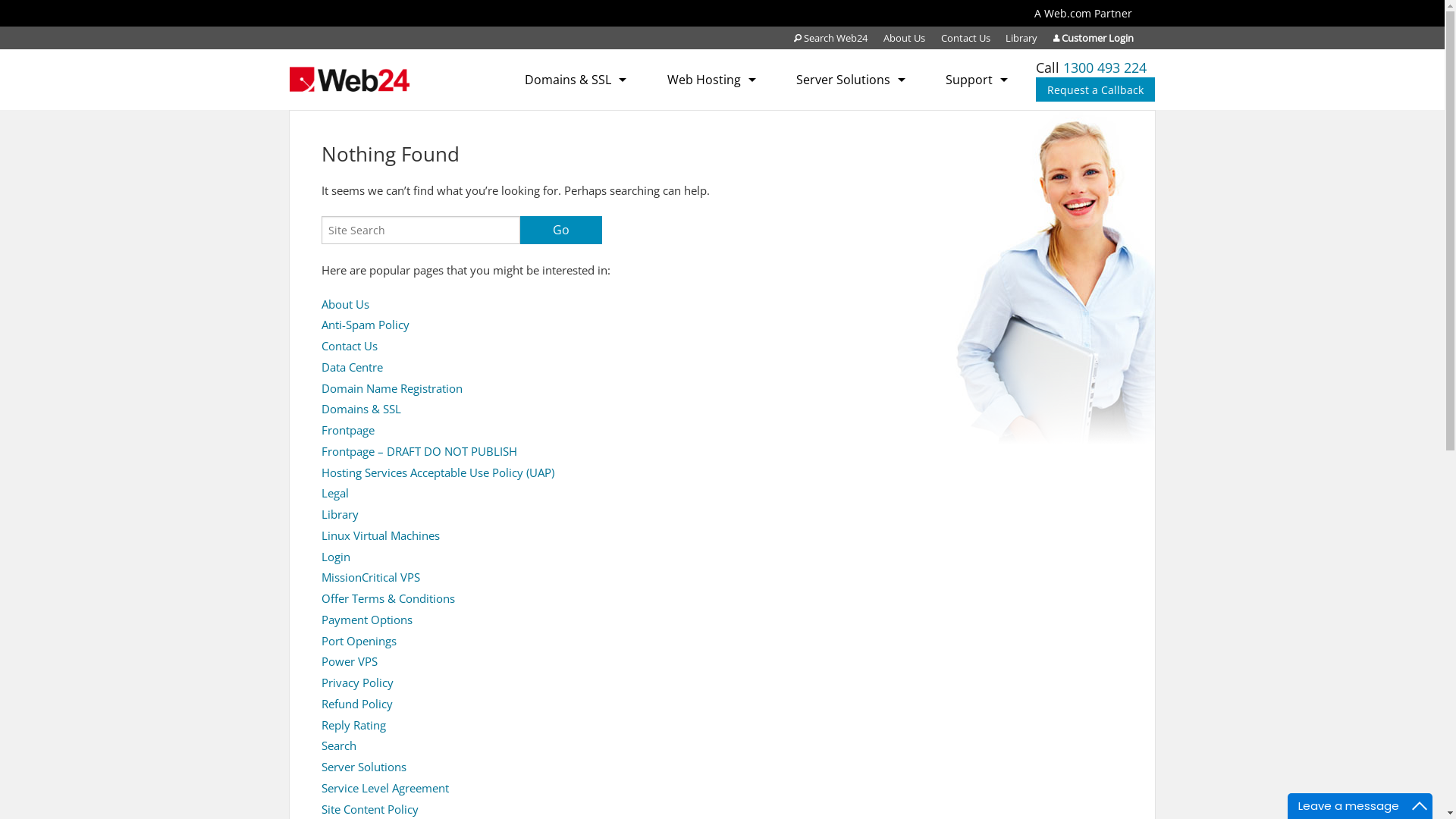 This screenshot has width=1456, height=819. Describe the element at coordinates (775, 79) in the screenshot. I see `'Server Solutions'` at that location.